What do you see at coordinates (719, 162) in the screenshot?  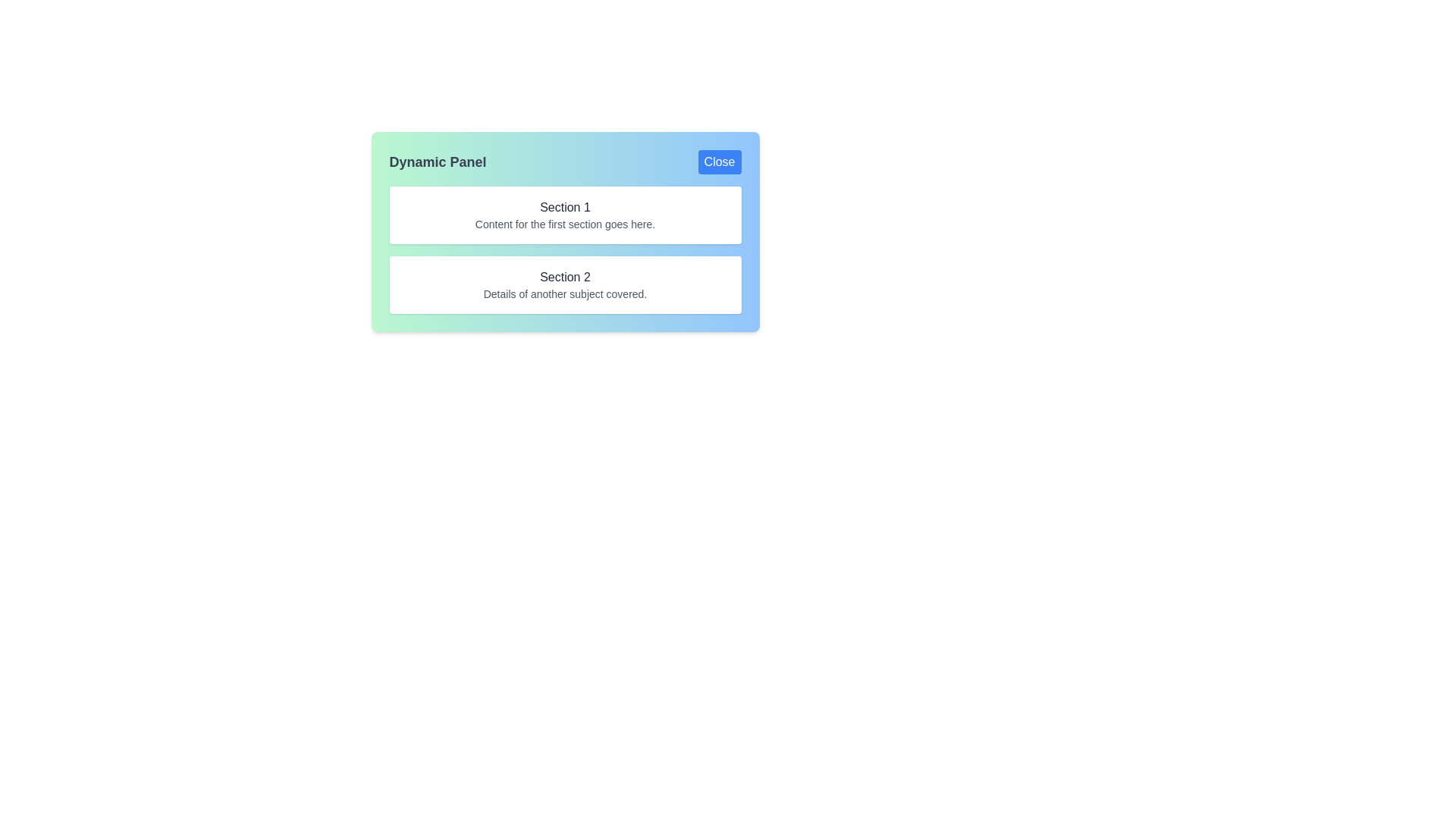 I see `the close button located in the top-right corner of the 'Dynamic Panel'` at bounding box center [719, 162].